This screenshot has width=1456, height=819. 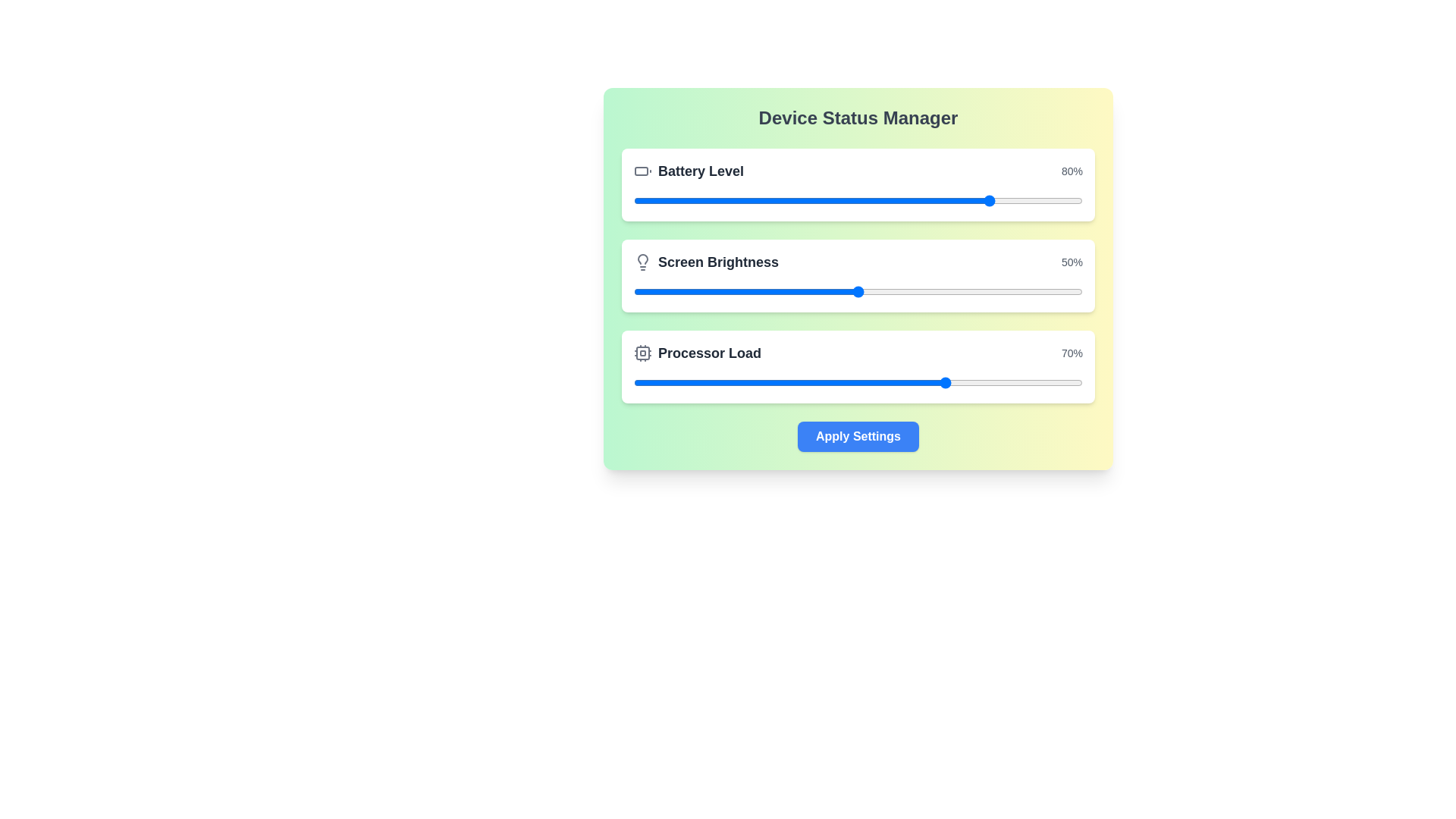 I want to click on Processor Load, so click(x=633, y=382).